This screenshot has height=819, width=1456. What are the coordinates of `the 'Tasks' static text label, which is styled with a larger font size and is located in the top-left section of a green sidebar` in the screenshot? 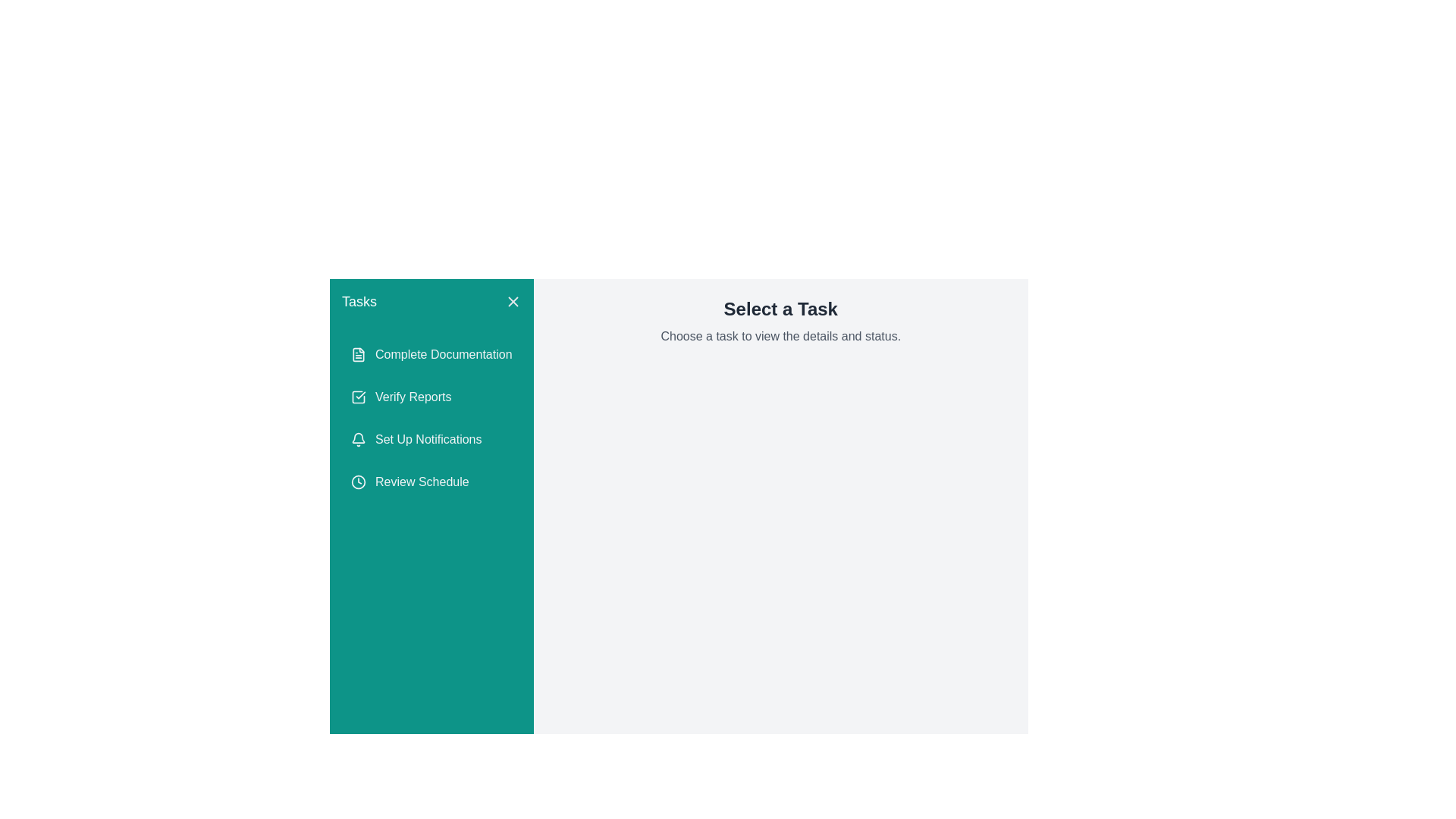 It's located at (359, 301).